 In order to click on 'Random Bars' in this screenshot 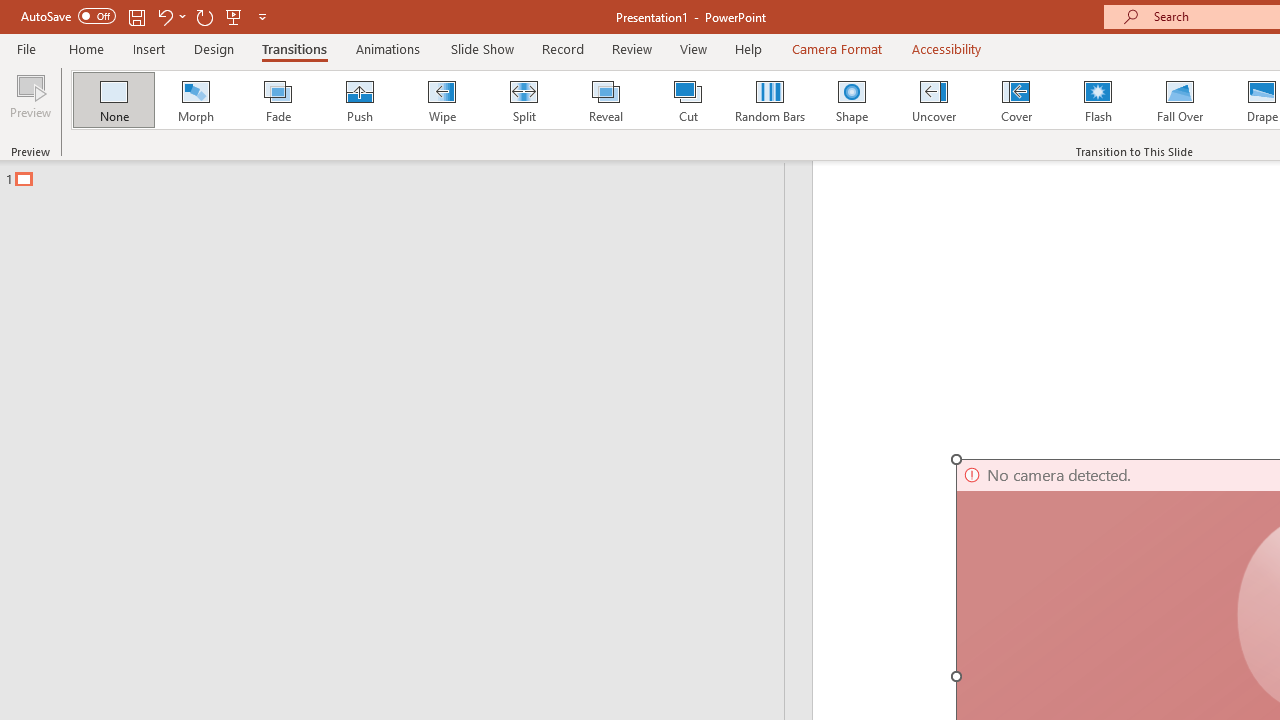, I will do `click(769, 100)`.